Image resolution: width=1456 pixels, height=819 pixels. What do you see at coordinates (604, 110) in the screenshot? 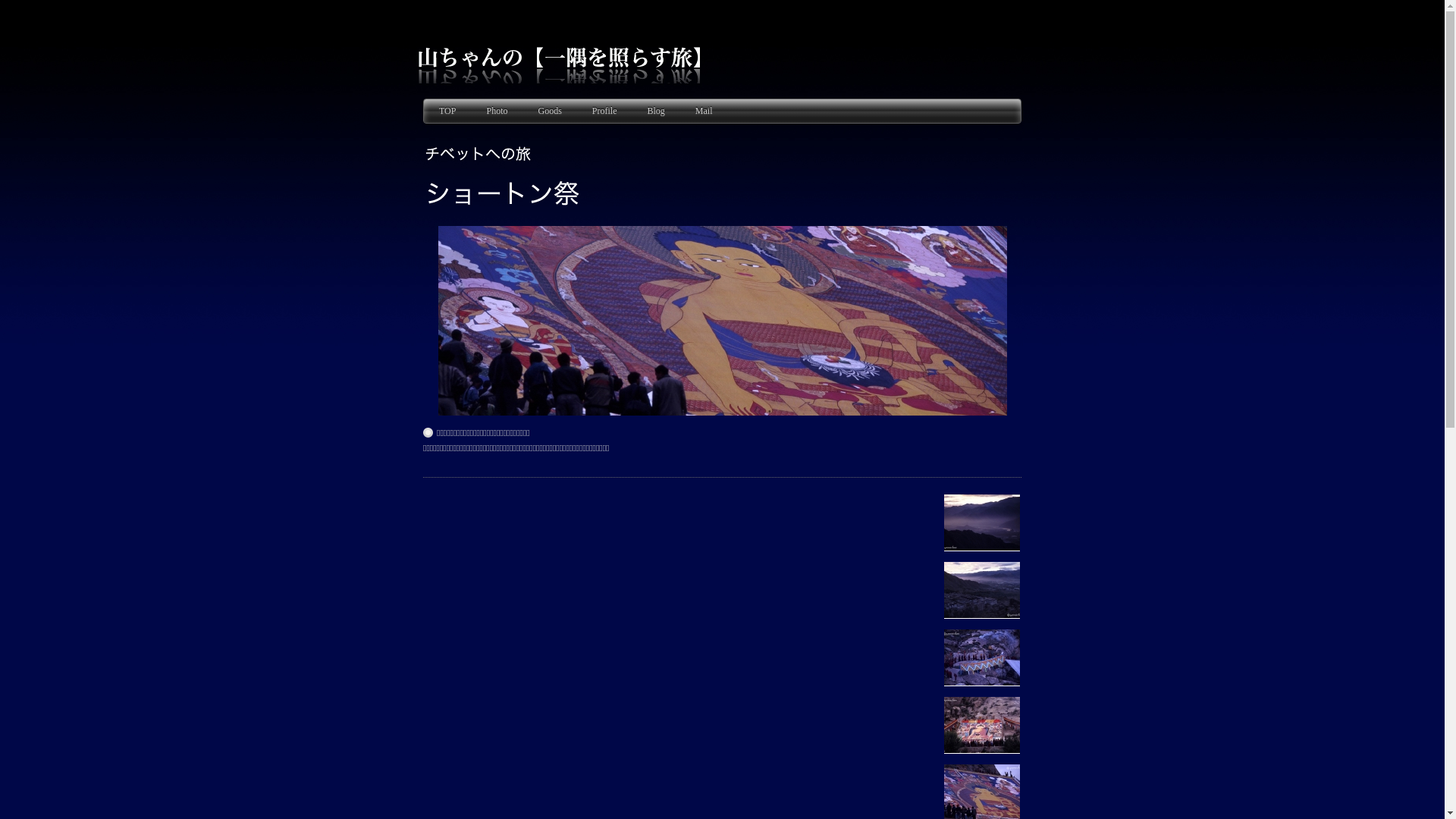
I see `'Profile'` at bounding box center [604, 110].